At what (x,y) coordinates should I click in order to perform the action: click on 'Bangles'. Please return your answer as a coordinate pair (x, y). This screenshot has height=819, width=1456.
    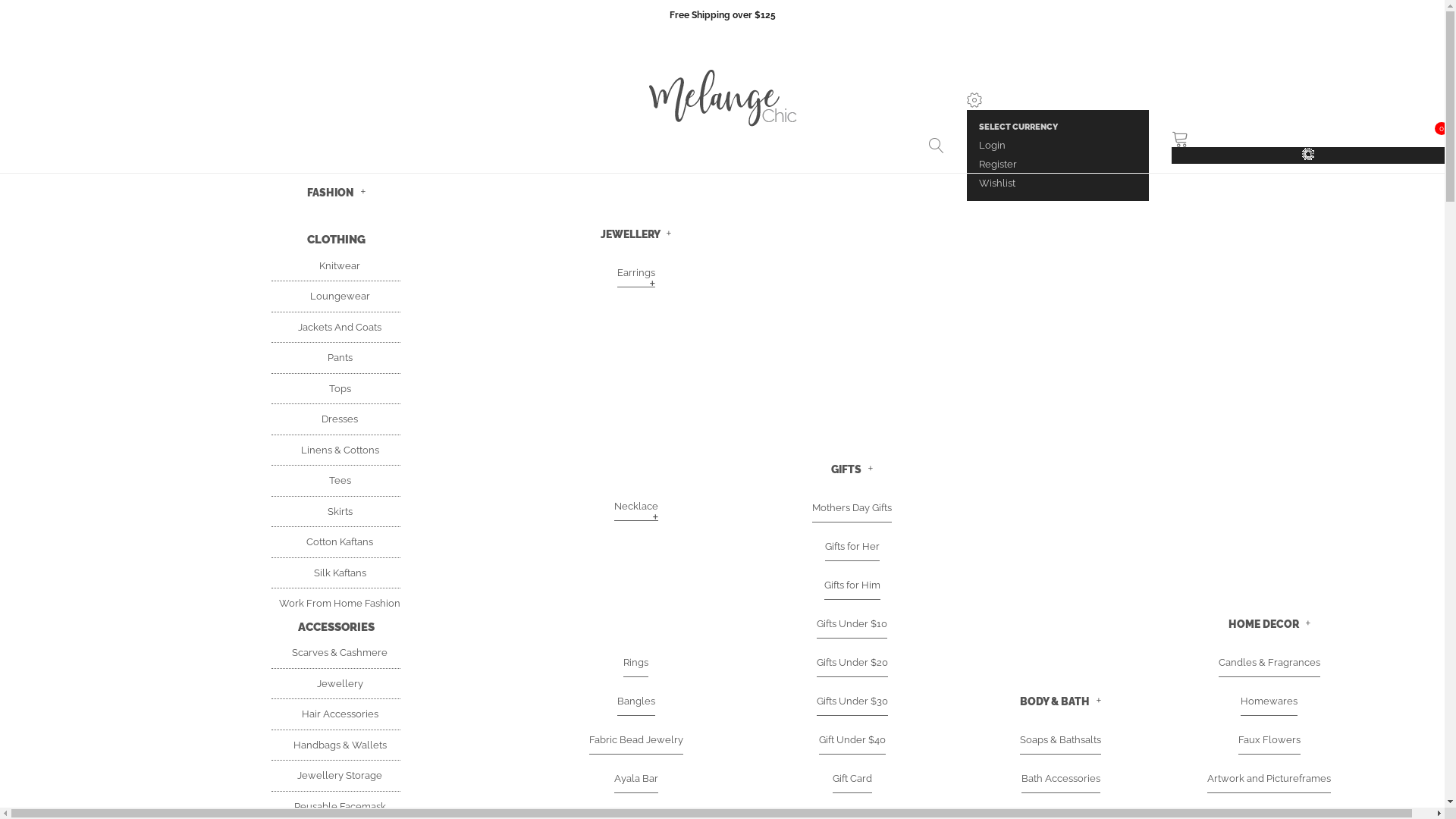
    Looking at the image, I should click on (636, 701).